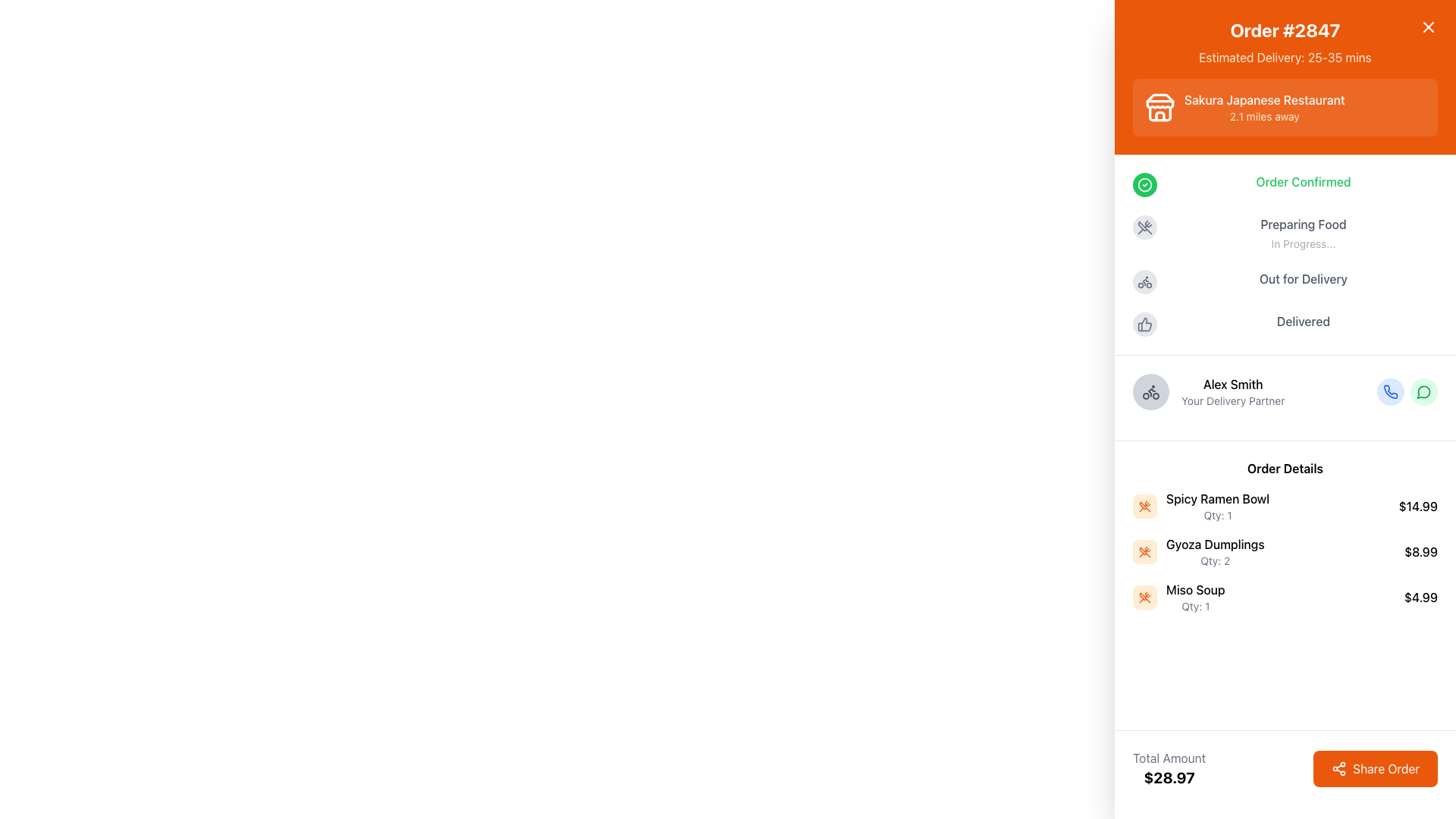 This screenshot has height=819, width=1456. I want to click on the square icon with a light orange background and crossed utensils, located next to the 'Miso Soup' order item in the 'Order Details' section, so click(1145, 596).